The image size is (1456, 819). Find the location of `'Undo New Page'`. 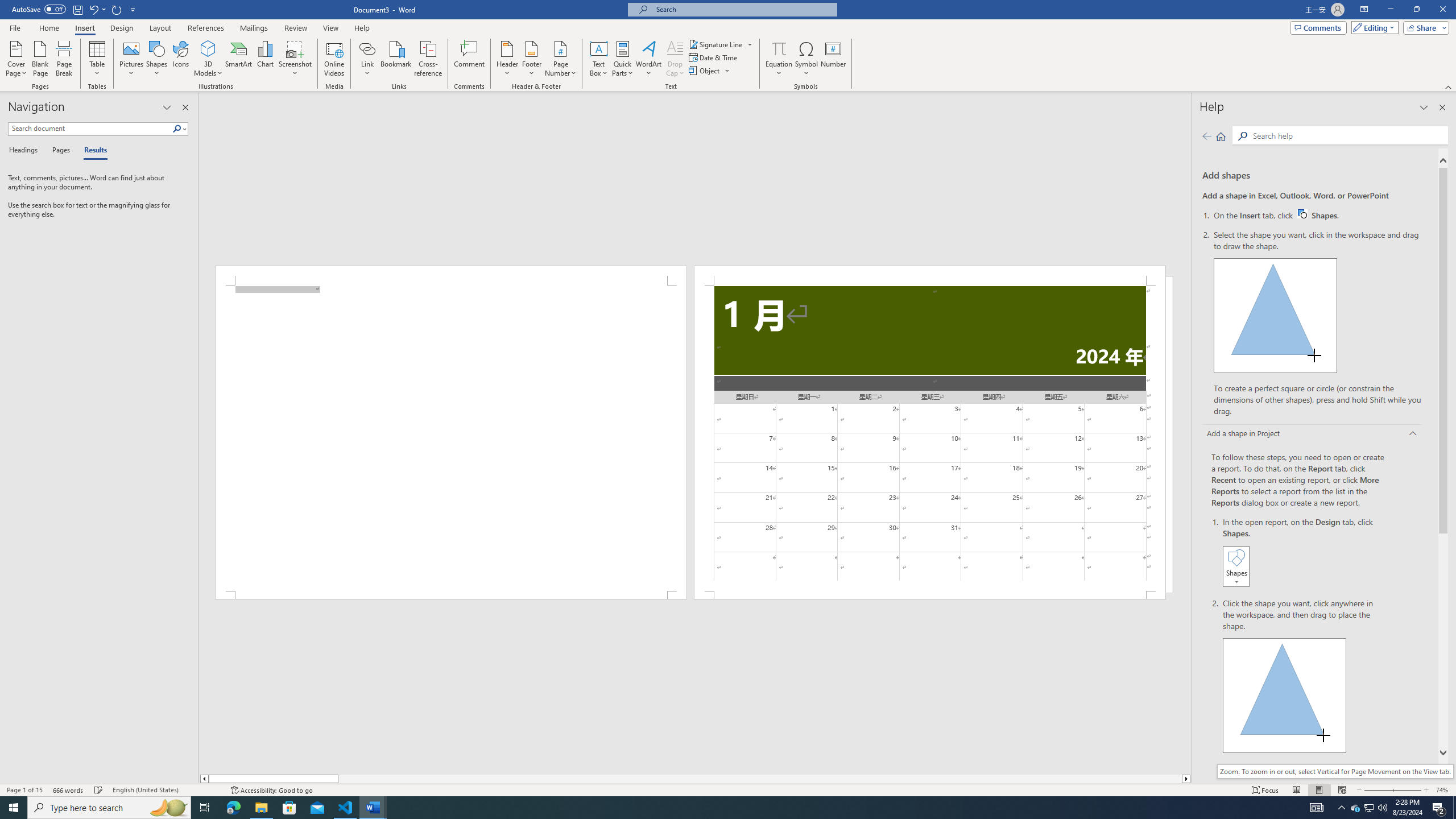

'Undo New Page' is located at coordinates (93, 9).